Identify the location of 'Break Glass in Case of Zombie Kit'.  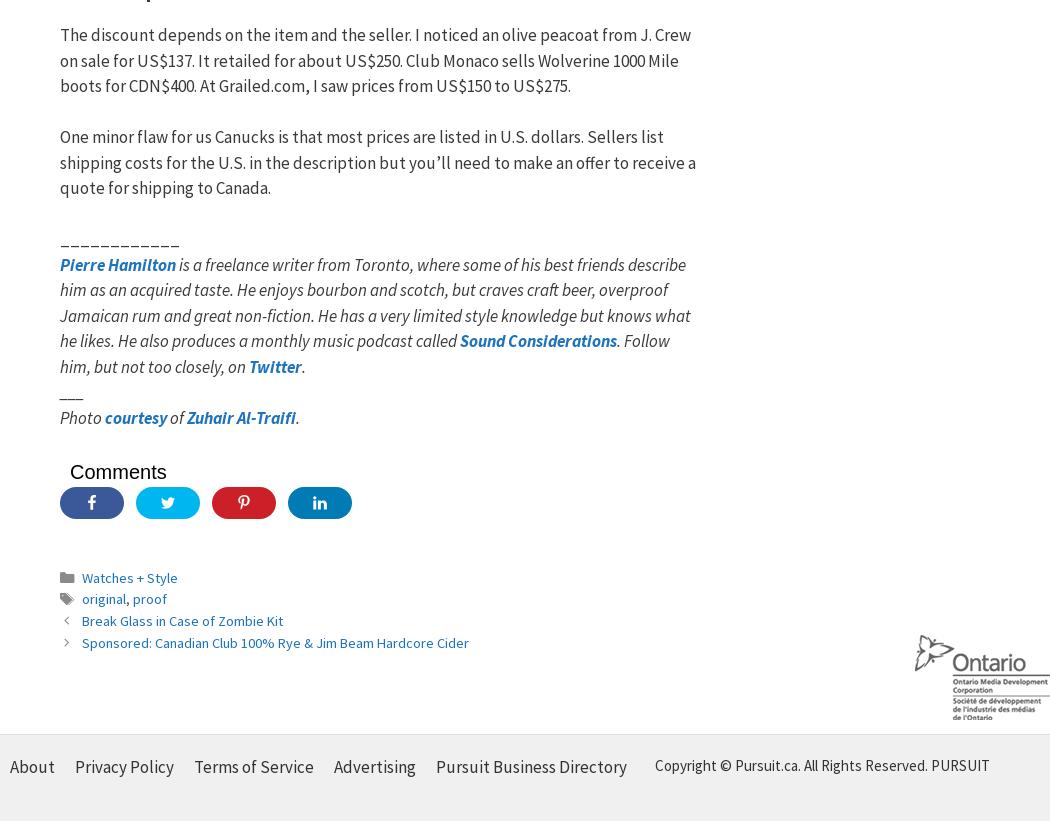
(181, 620).